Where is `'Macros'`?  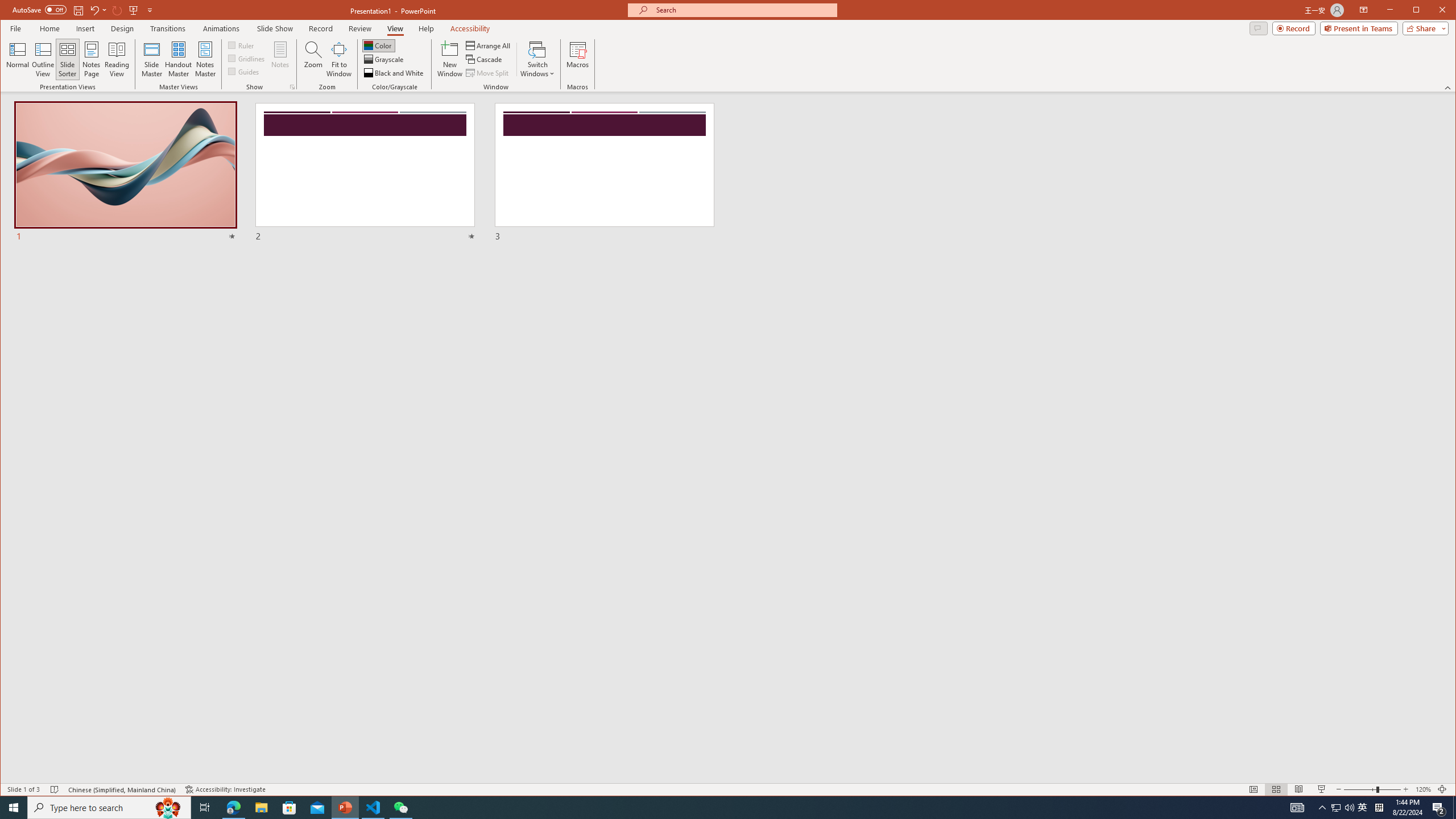 'Macros' is located at coordinates (577, 59).